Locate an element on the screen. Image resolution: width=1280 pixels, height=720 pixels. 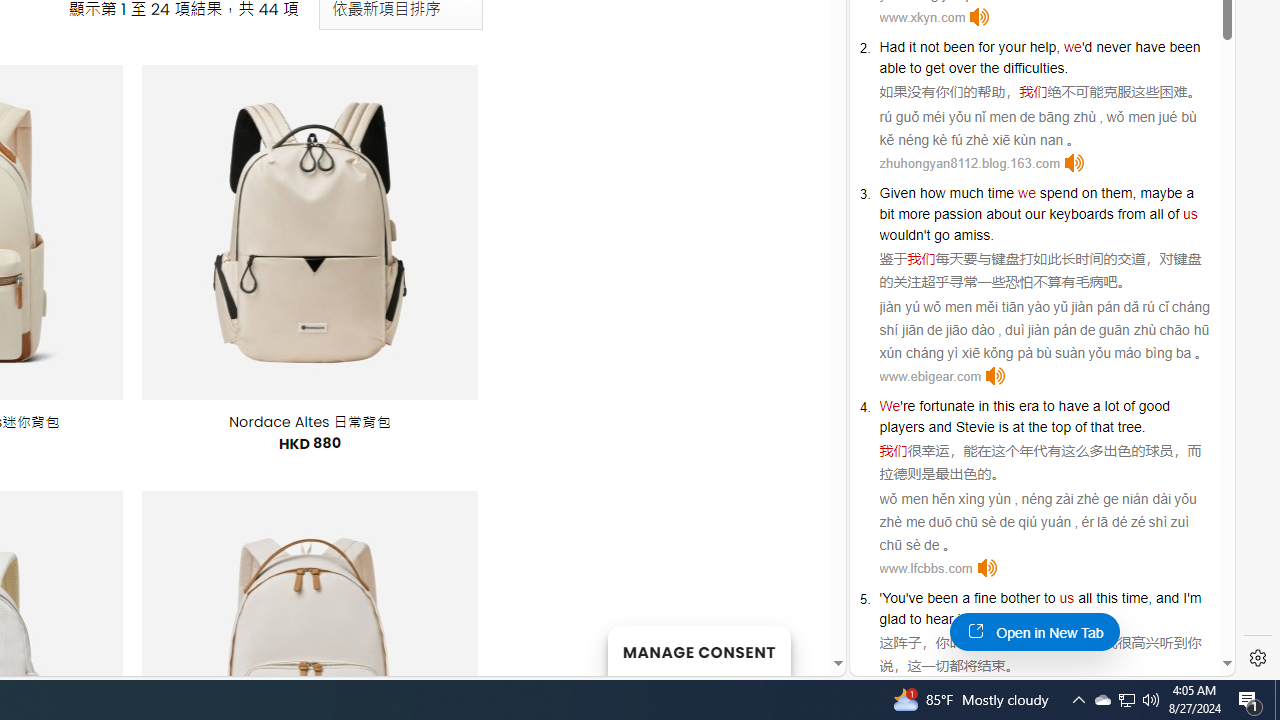
'www.xkyn.com' is located at coordinates (921, 17).